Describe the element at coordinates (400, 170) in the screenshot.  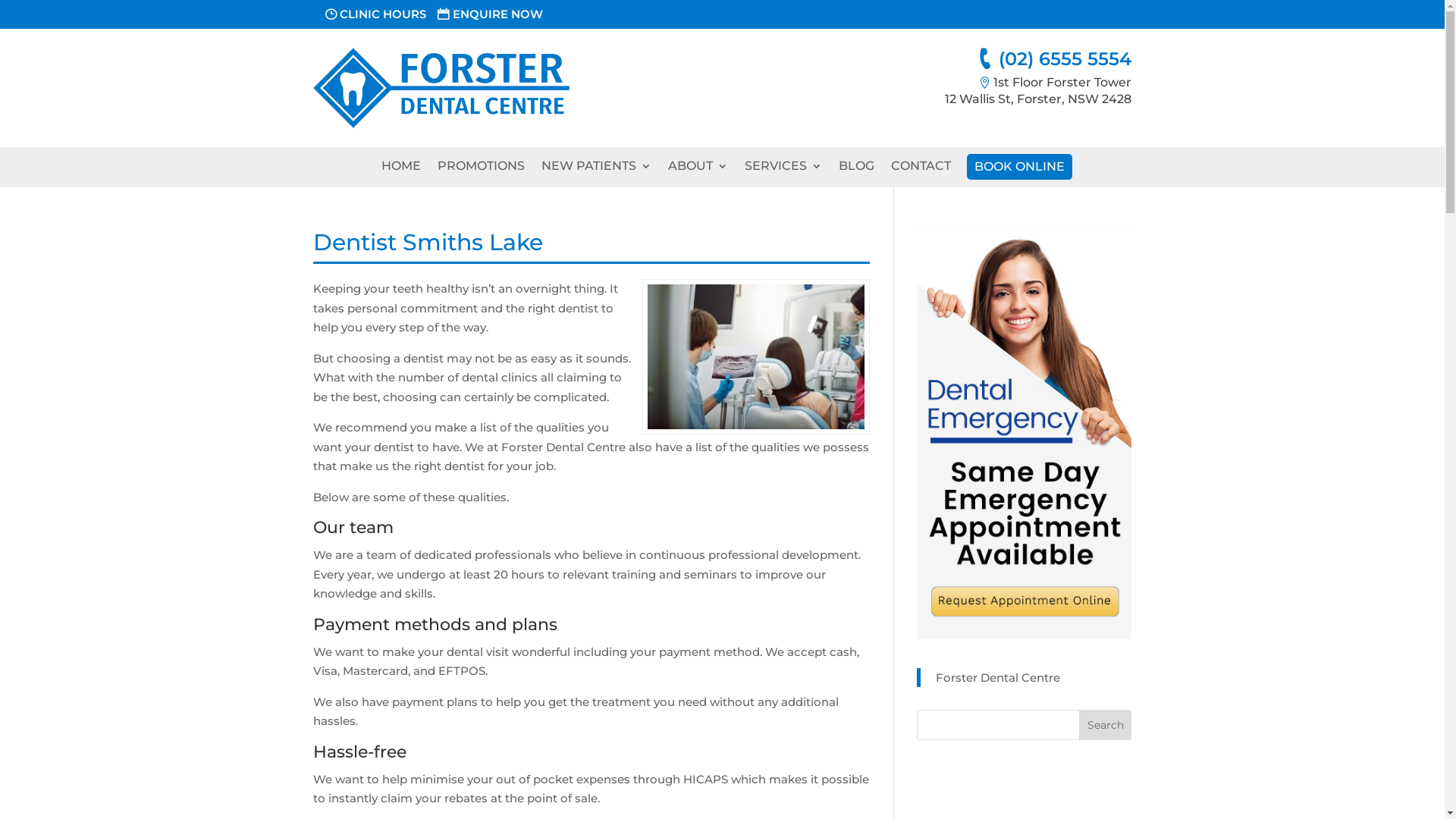
I see `'HOME'` at that location.